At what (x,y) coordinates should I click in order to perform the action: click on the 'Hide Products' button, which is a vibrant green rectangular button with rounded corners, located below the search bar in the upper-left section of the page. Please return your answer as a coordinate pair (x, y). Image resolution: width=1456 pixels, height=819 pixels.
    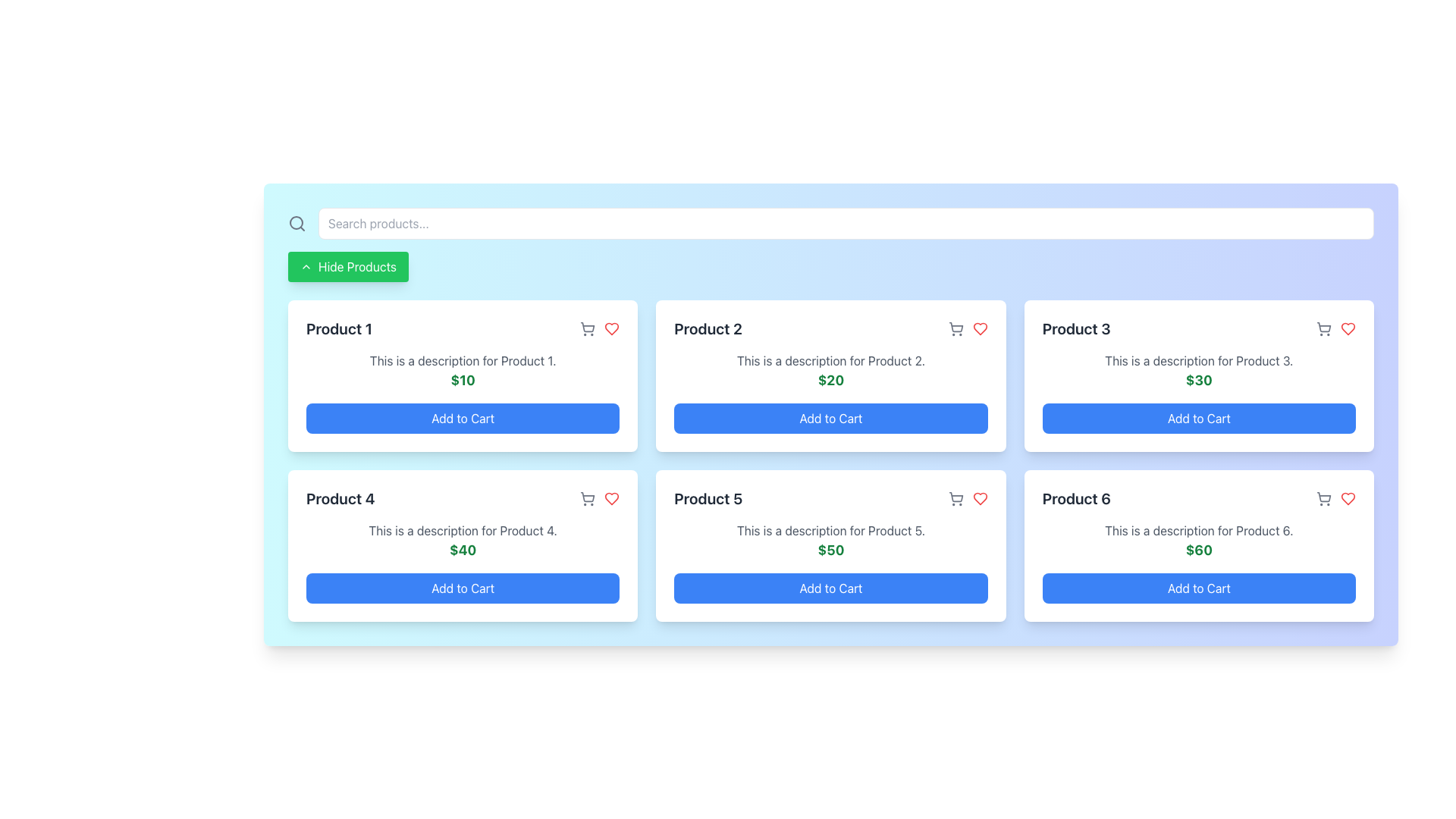
    Looking at the image, I should click on (347, 265).